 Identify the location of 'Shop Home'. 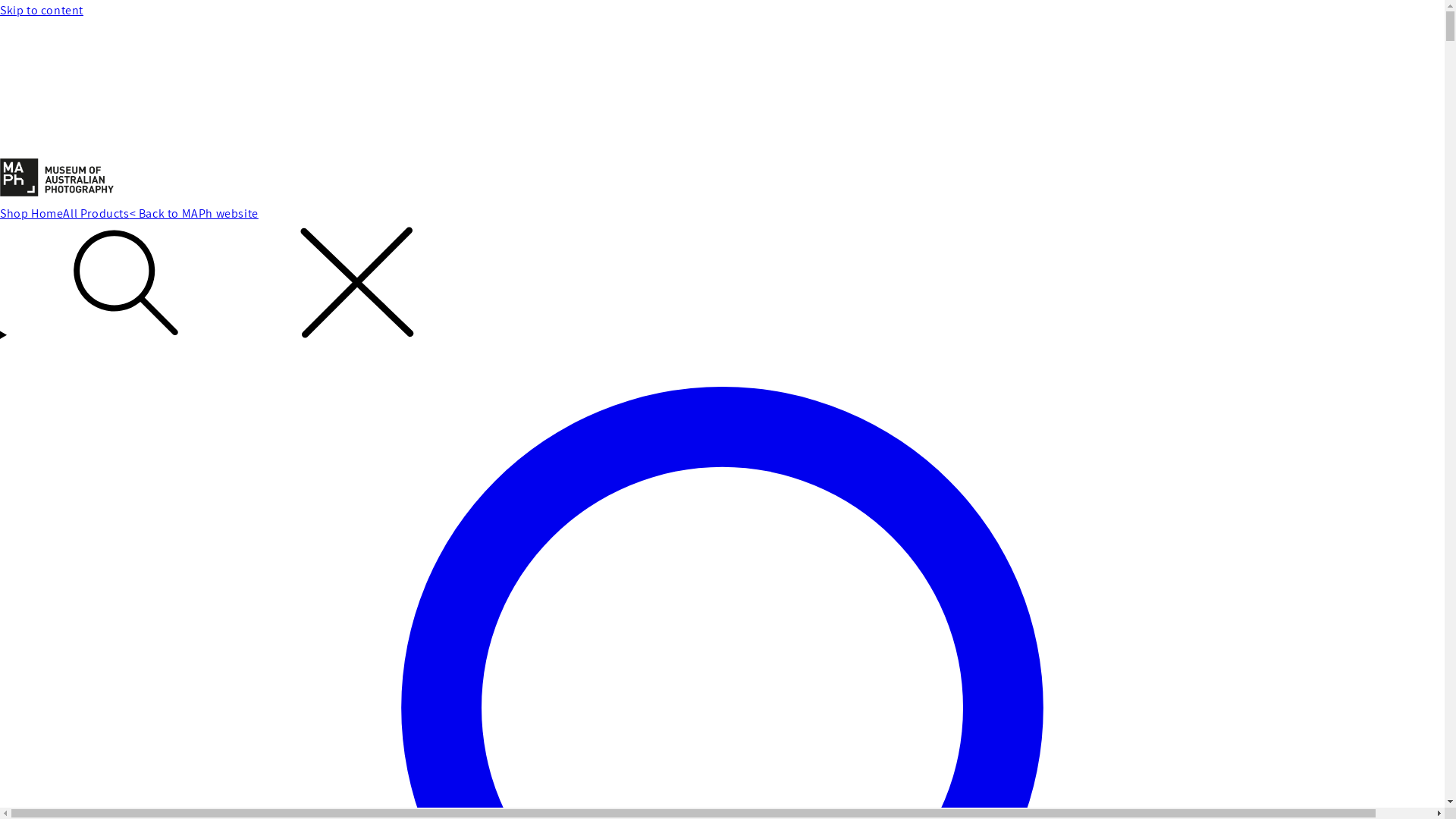
(31, 214).